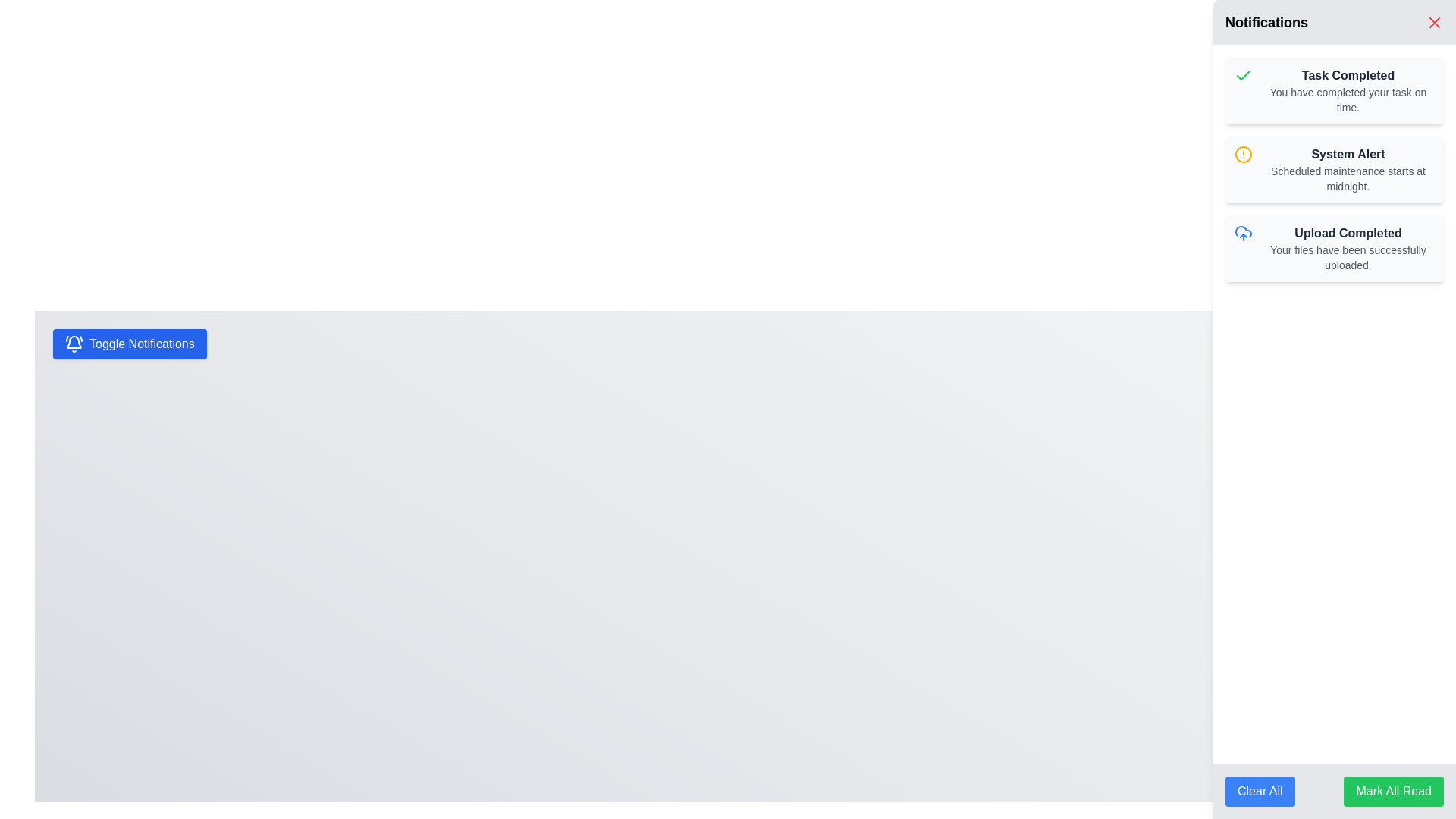 The width and height of the screenshot is (1456, 819). I want to click on the bell icon element that symbolizes notifications, located within the 'Toggle Notifications' button, so click(73, 344).